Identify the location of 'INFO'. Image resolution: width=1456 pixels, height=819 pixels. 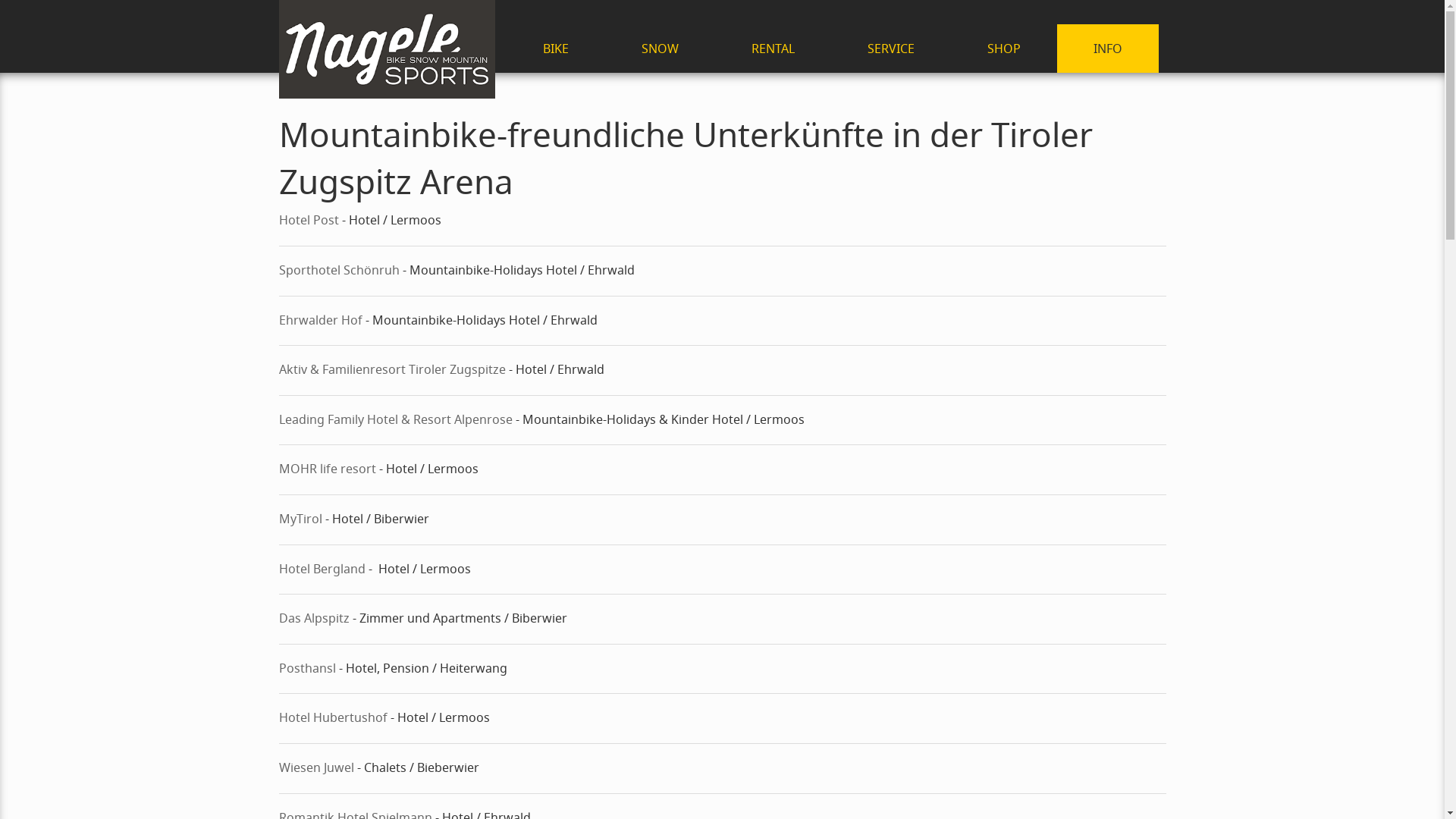
(1107, 48).